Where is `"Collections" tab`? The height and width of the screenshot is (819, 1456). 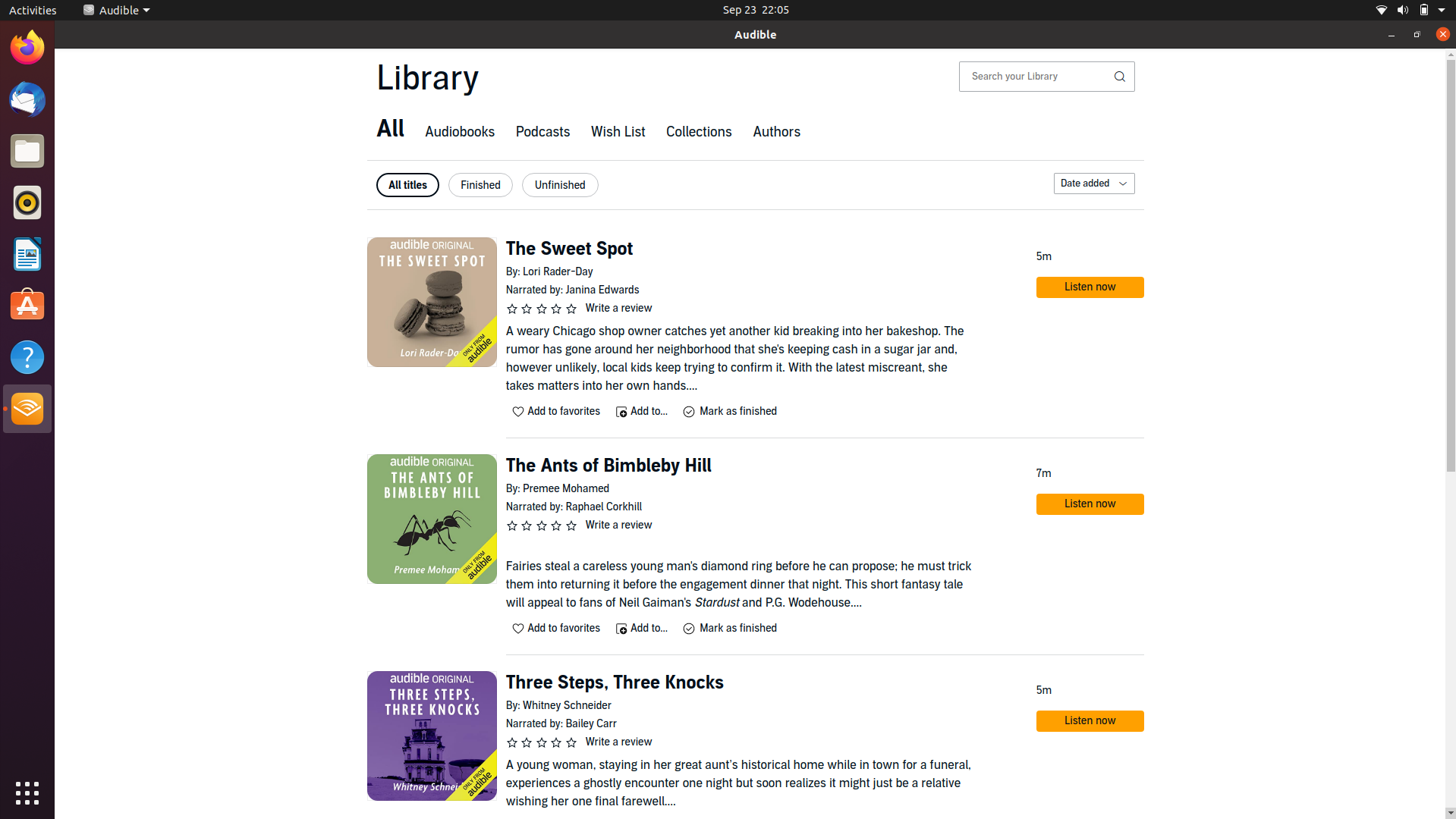
"Collections" tab is located at coordinates (697, 133).